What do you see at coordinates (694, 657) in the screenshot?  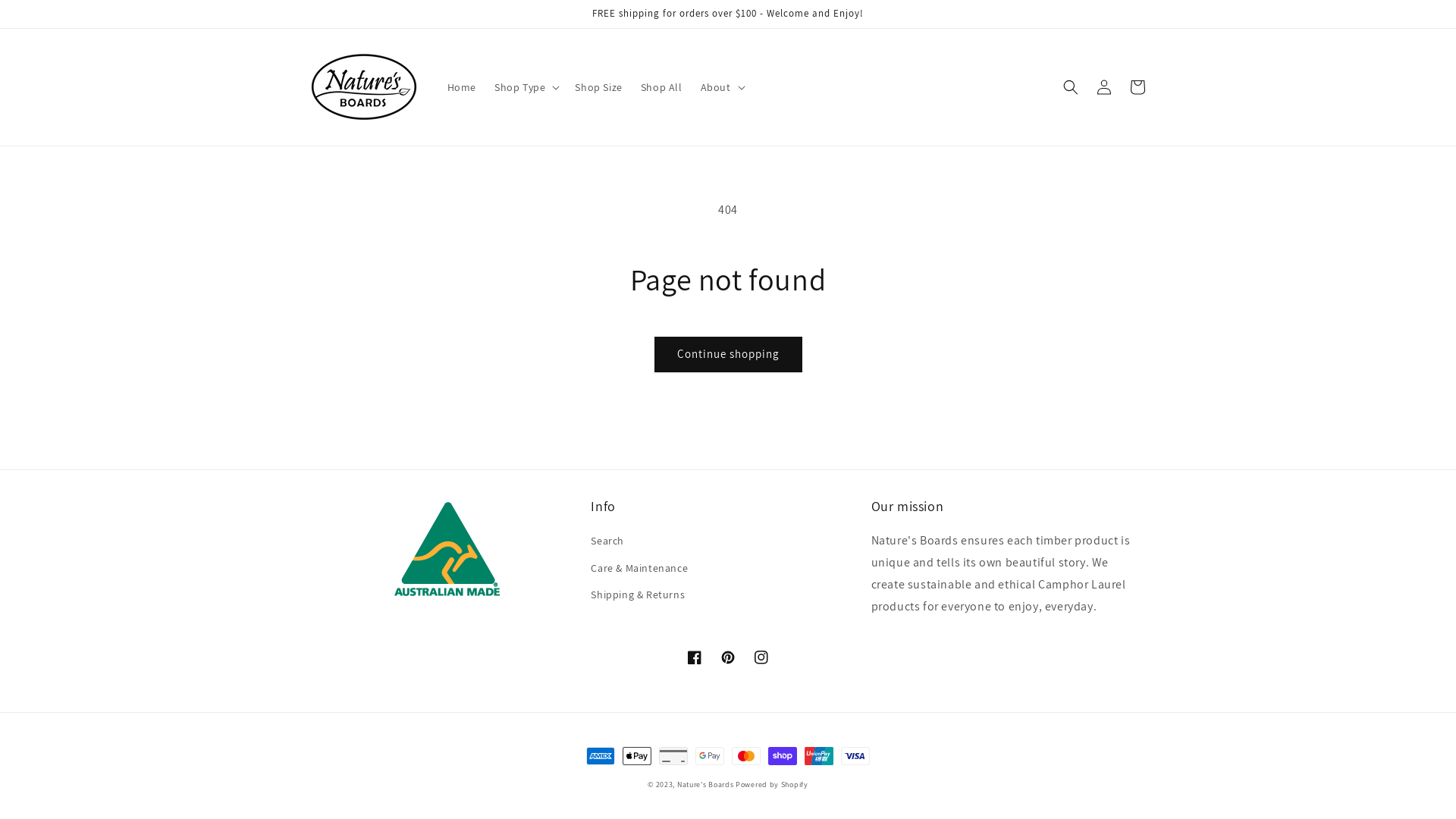 I see `'Facebook'` at bounding box center [694, 657].